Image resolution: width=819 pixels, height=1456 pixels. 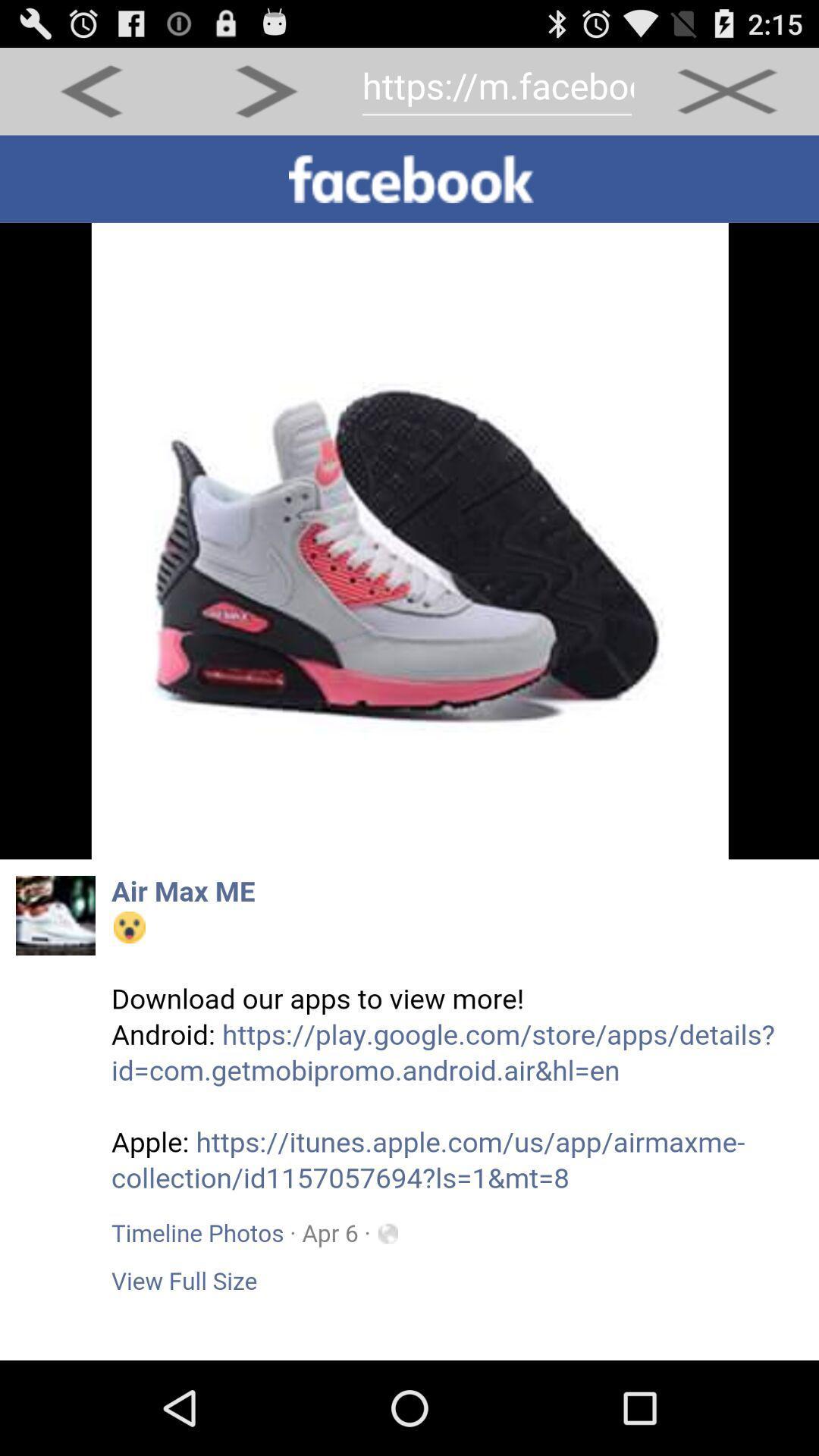 What do you see at coordinates (726, 90) in the screenshot?
I see `close` at bounding box center [726, 90].